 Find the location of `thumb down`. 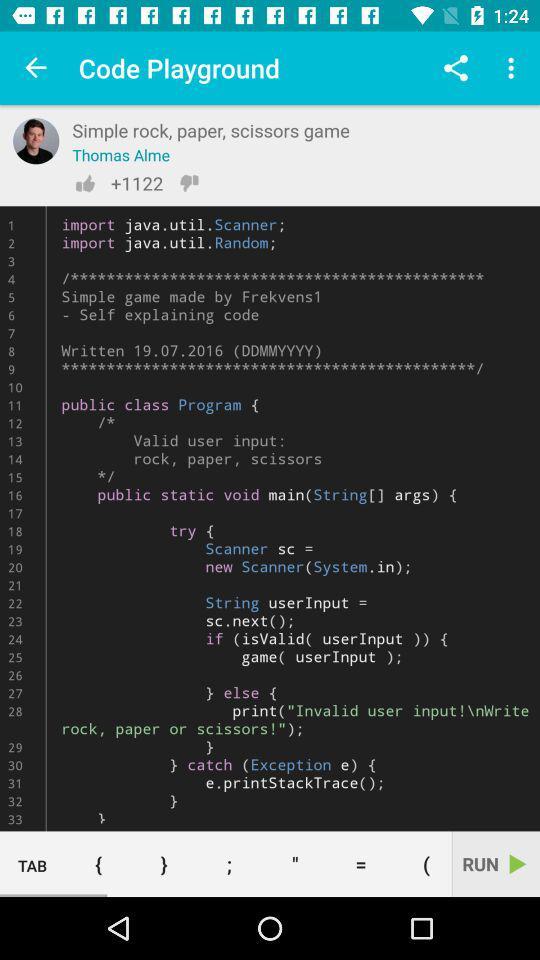

thumb down is located at coordinates (189, 183).